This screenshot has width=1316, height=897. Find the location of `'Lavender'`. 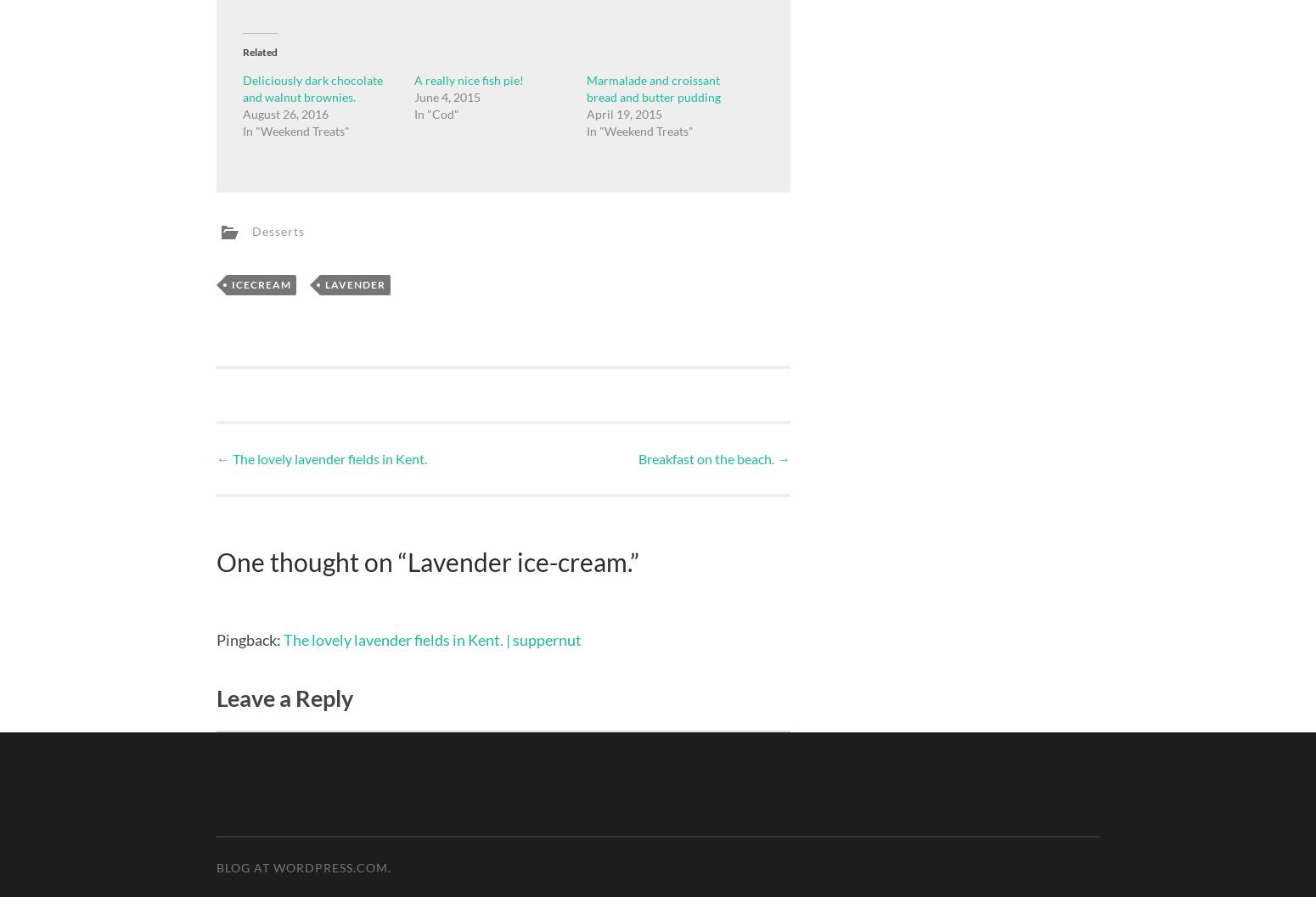

'Lavender' is located at coordinates (324, 283).